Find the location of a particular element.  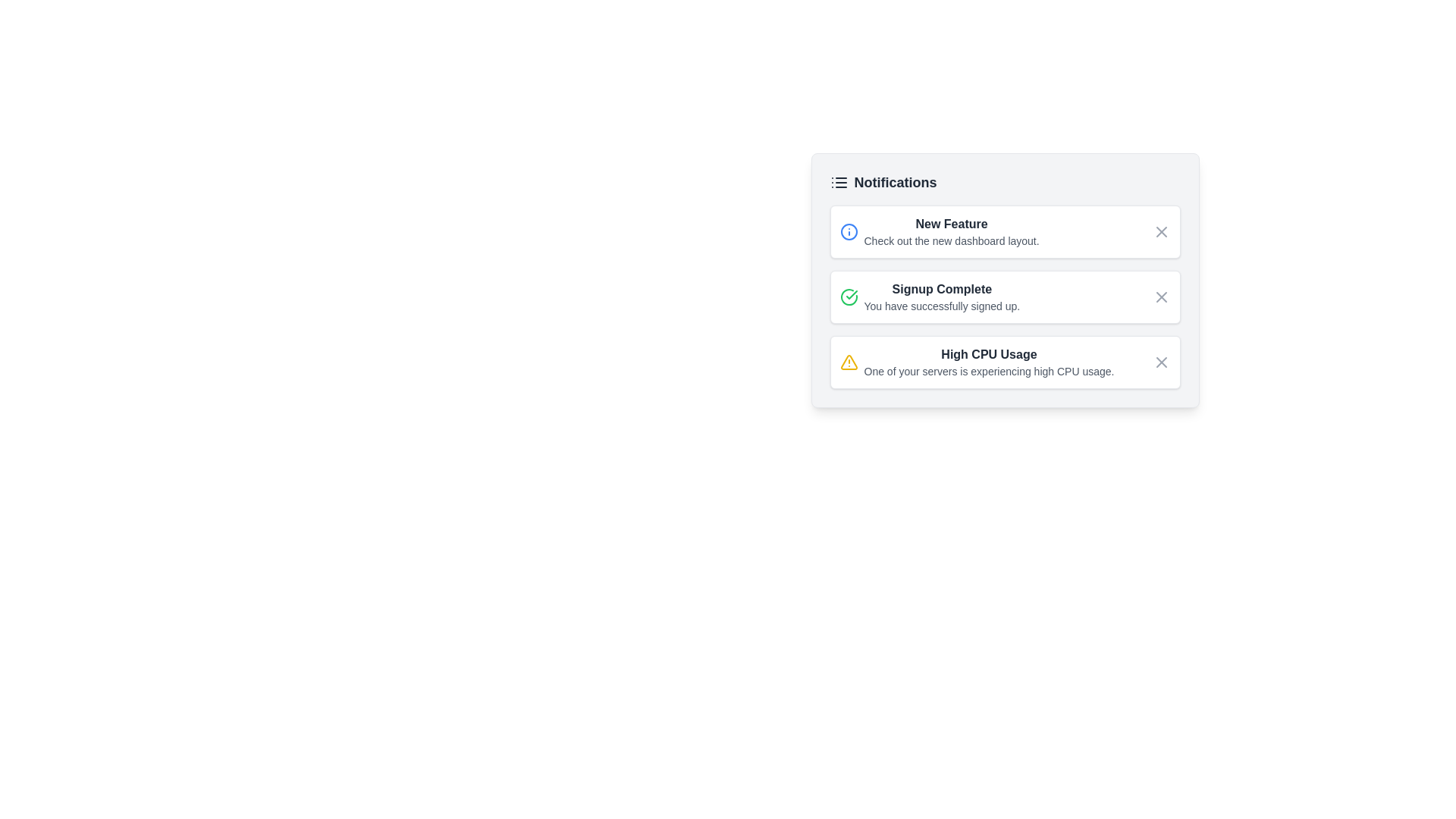

the triangular warning icon located in the third notification item at the bottom of the notification list is located at coordinates (848, 362).